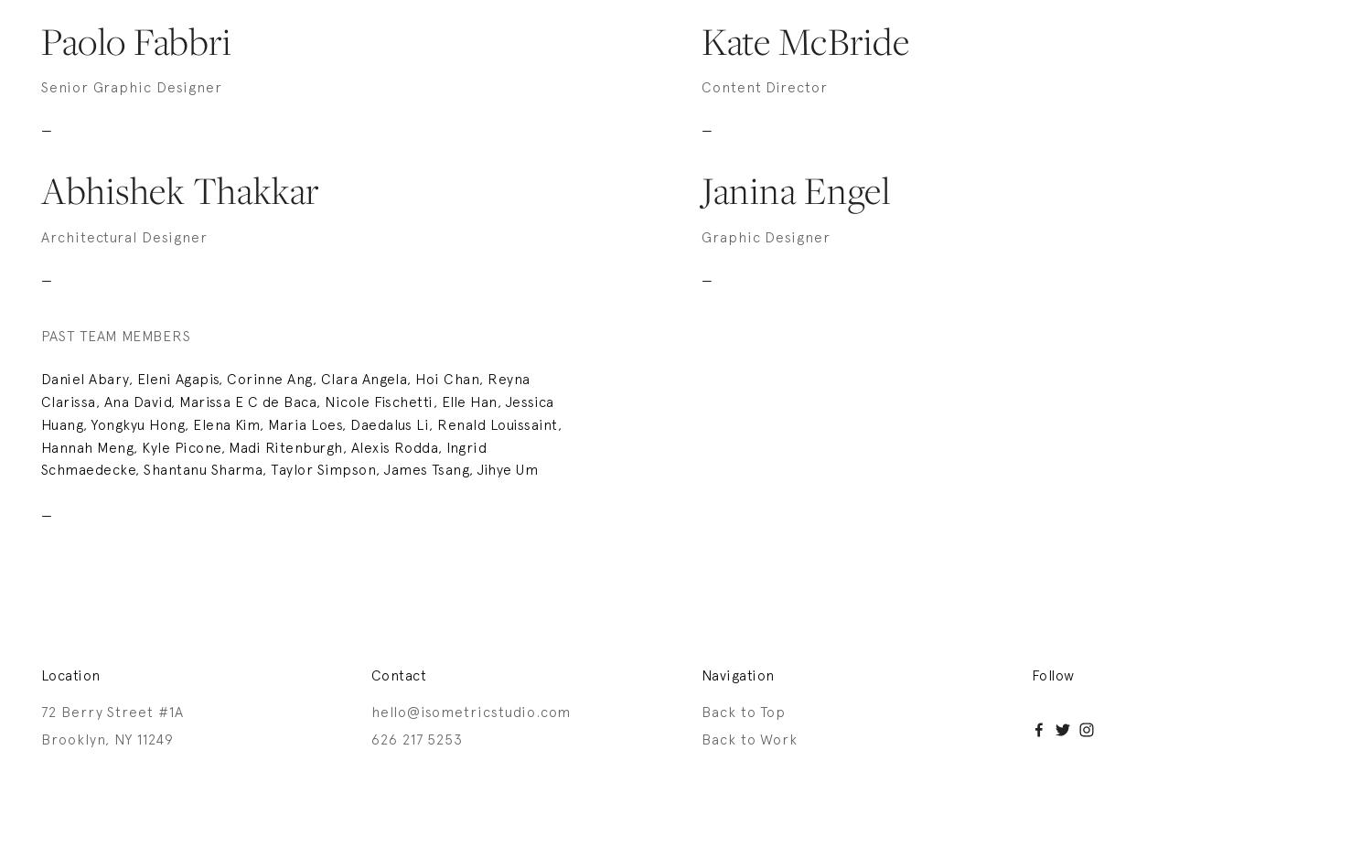 The width and height of the screenshot is (1372, 868). What do you see at coordinates (763, 86) in the screenshot?
I see `'Content Director'` at bounding box center [763, 86].